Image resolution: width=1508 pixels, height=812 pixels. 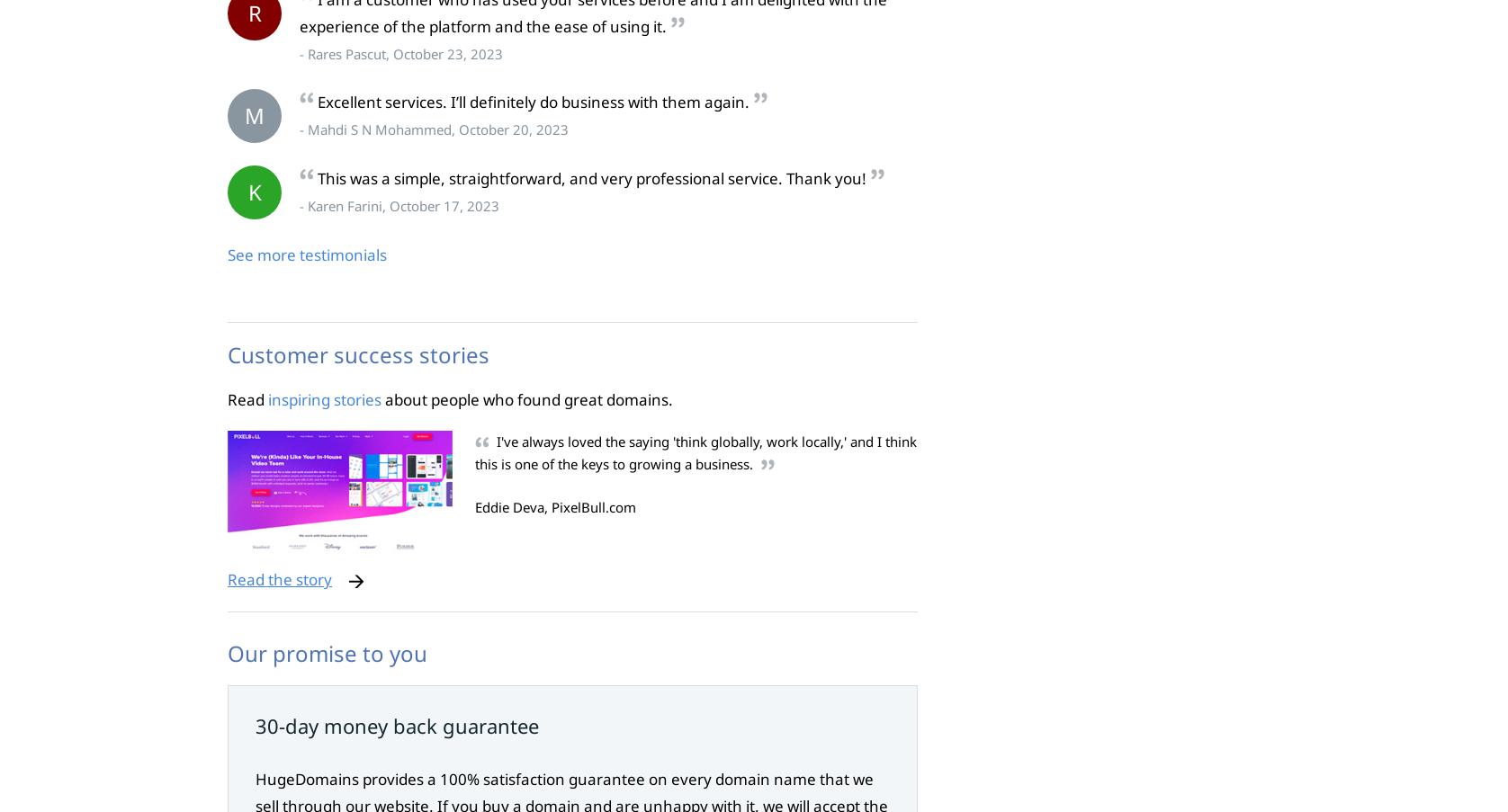 I want to click on 'K', so click(x=253, y=192).